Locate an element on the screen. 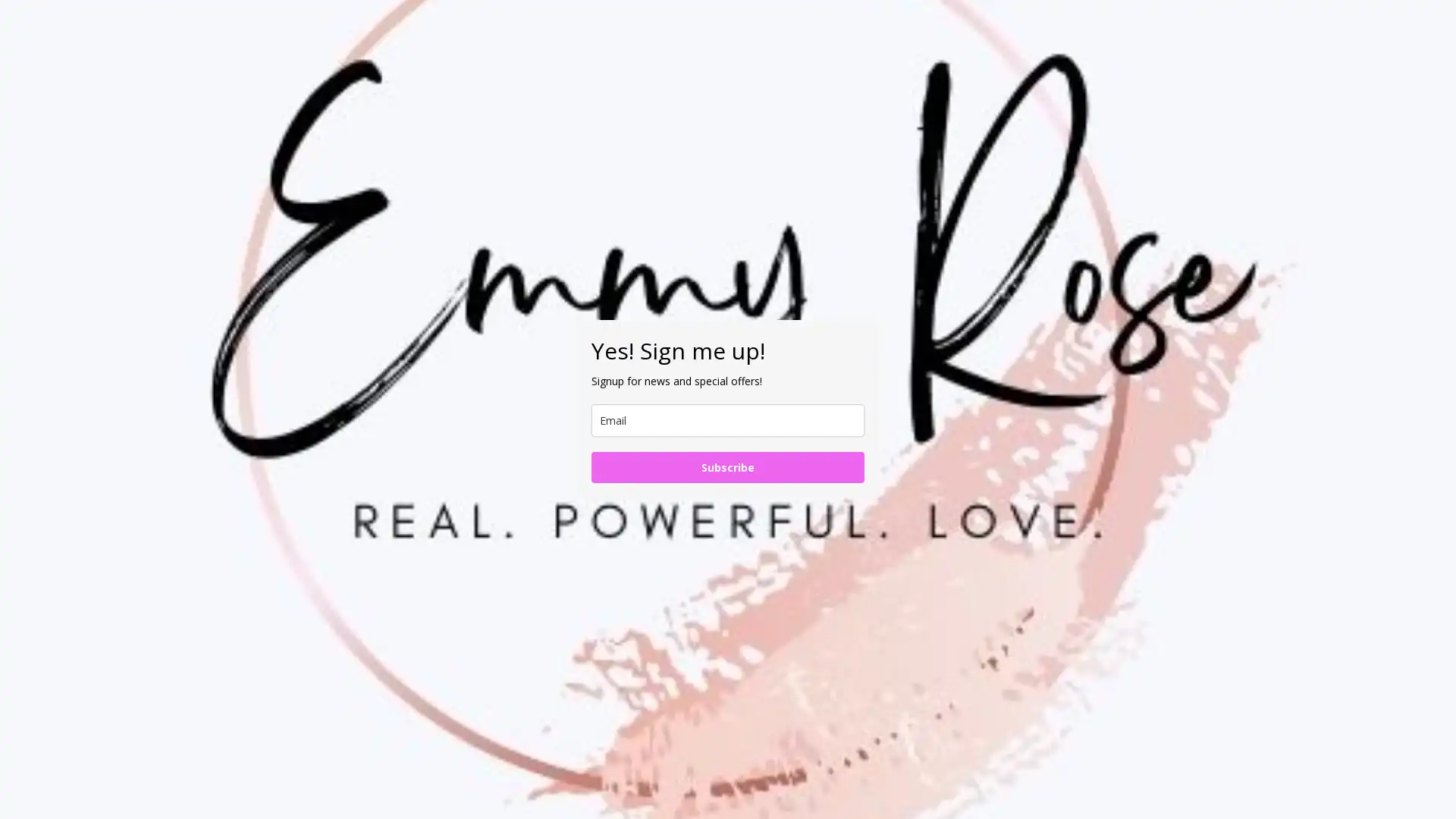 The image size is (1456, 819). Subscribe is located at coordinates (728, 466).